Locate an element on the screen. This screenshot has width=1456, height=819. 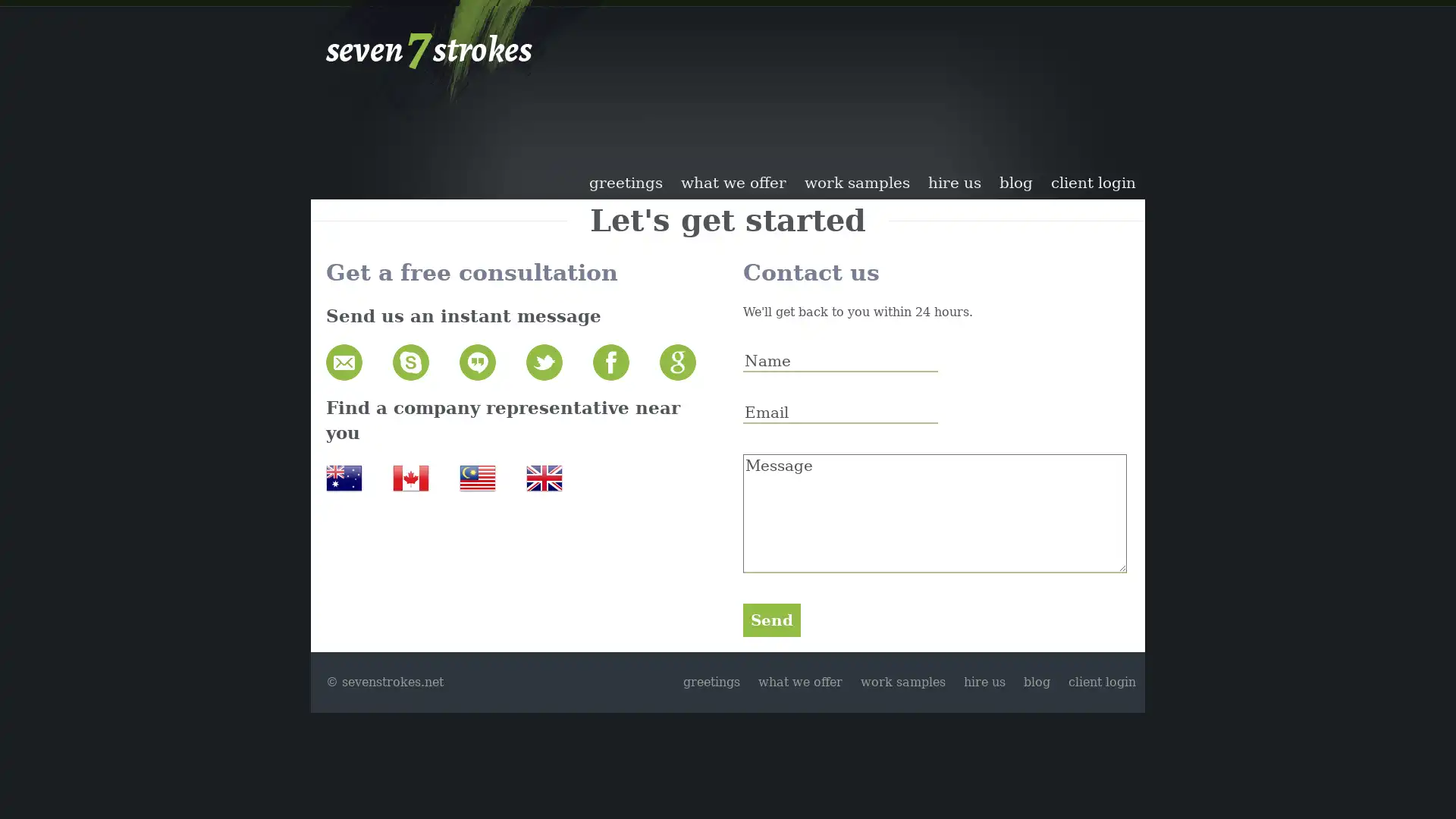
Send is located at coordinates (771, 620).